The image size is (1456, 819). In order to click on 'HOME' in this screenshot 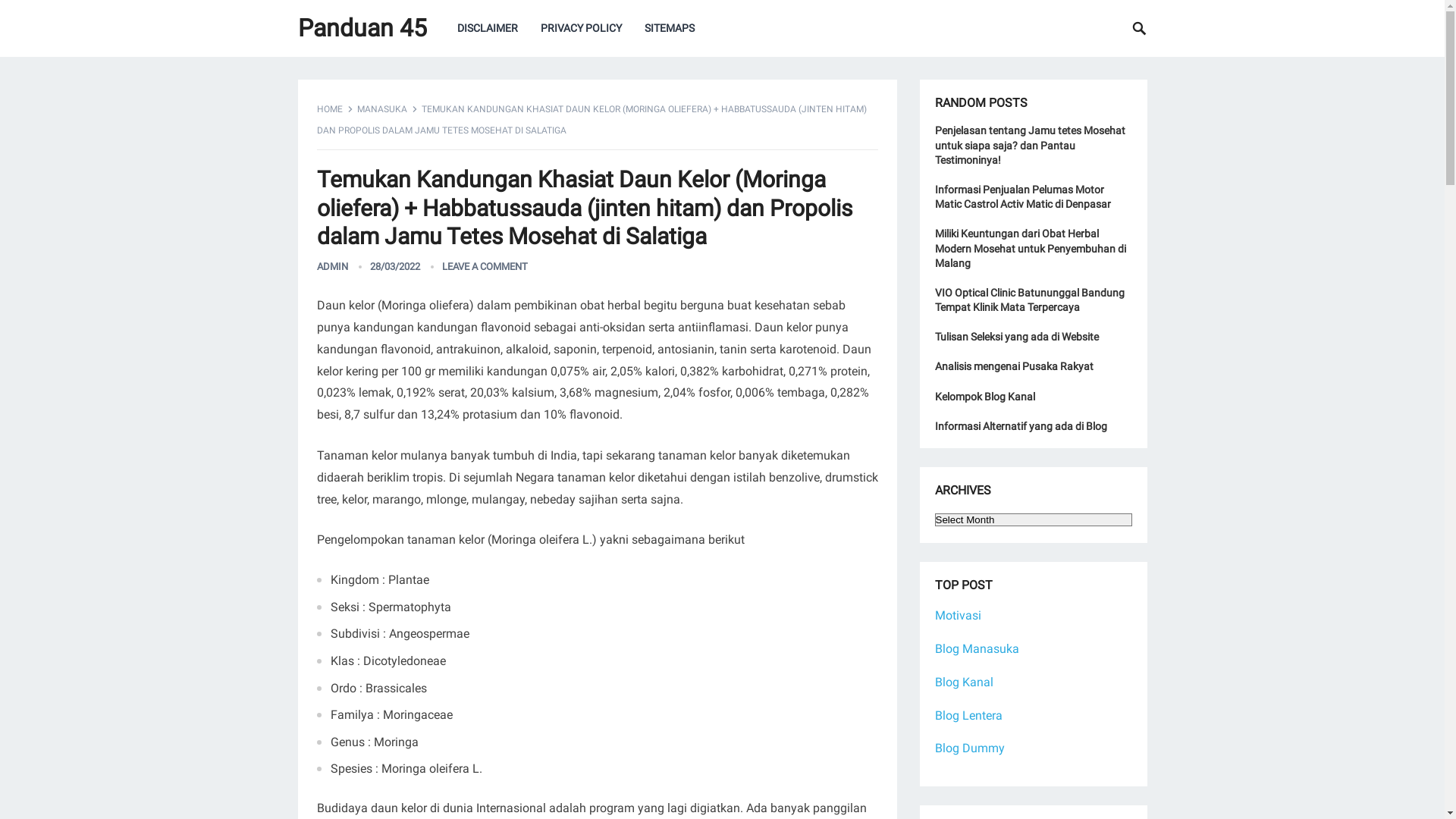, I will do `click(334, 108)`.